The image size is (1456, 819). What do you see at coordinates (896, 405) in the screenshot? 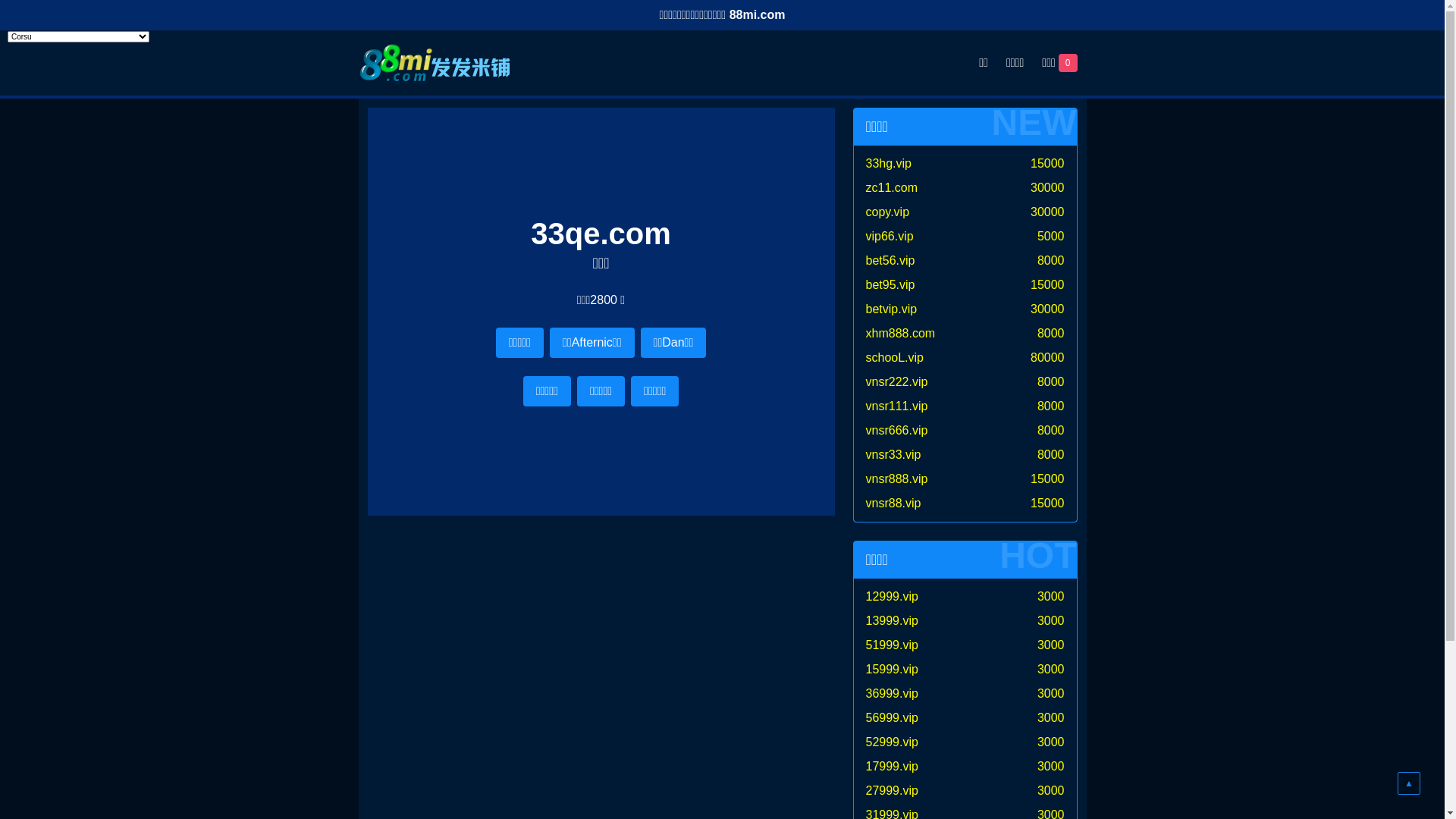
I see `'vnsr111.vip'` at bounding box center [896, 405].